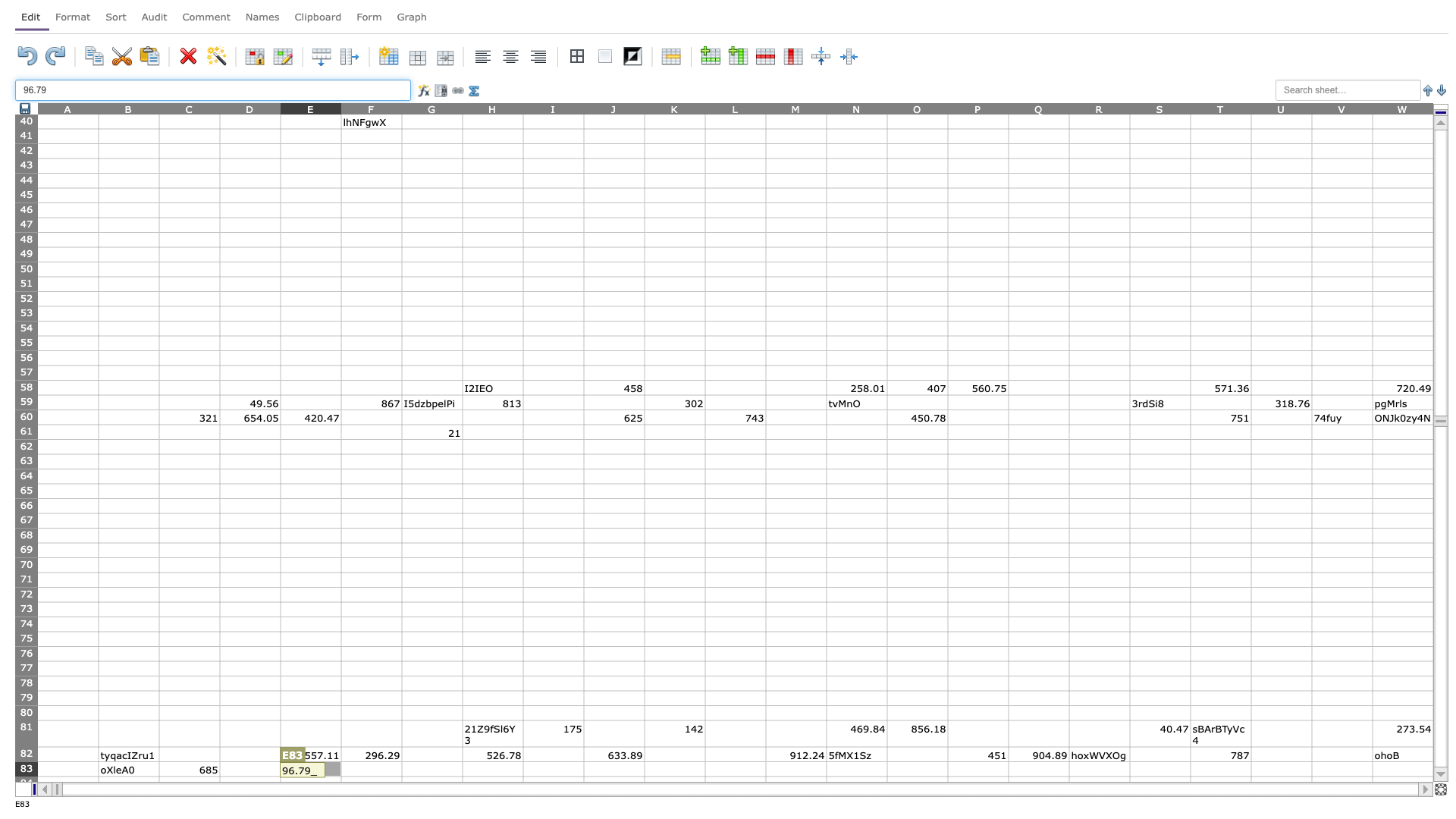 This screenshot has height=819, width=1456. What do you see at coordinates (401, 769) in the screenshot?
I see `Right side boundary of F83` at bounding box center [401, 769].